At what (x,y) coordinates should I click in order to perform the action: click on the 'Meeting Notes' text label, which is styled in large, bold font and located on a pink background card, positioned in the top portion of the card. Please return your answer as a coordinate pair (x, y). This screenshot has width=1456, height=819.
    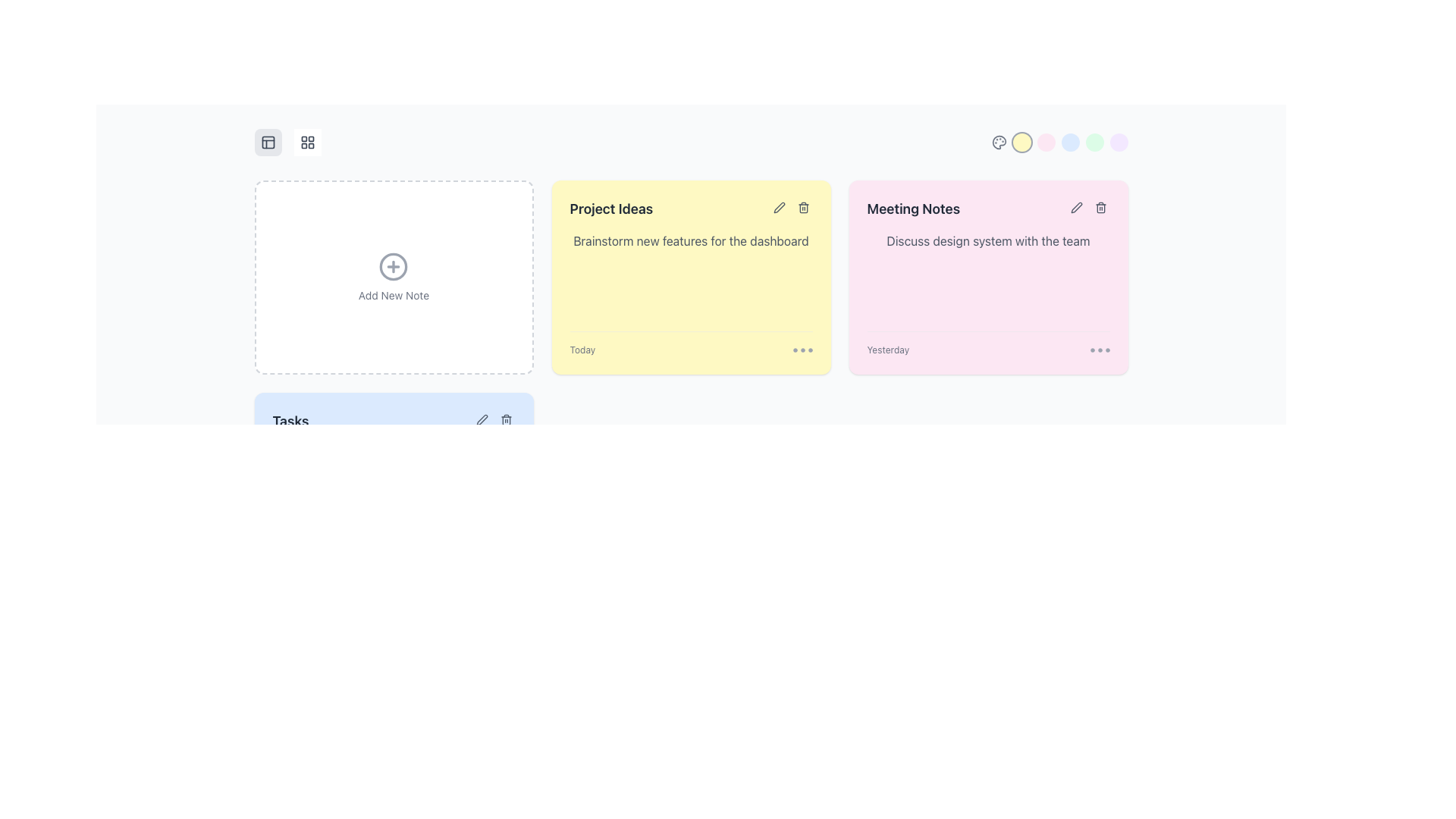
    Looking at the image, I should click on (912, 209).